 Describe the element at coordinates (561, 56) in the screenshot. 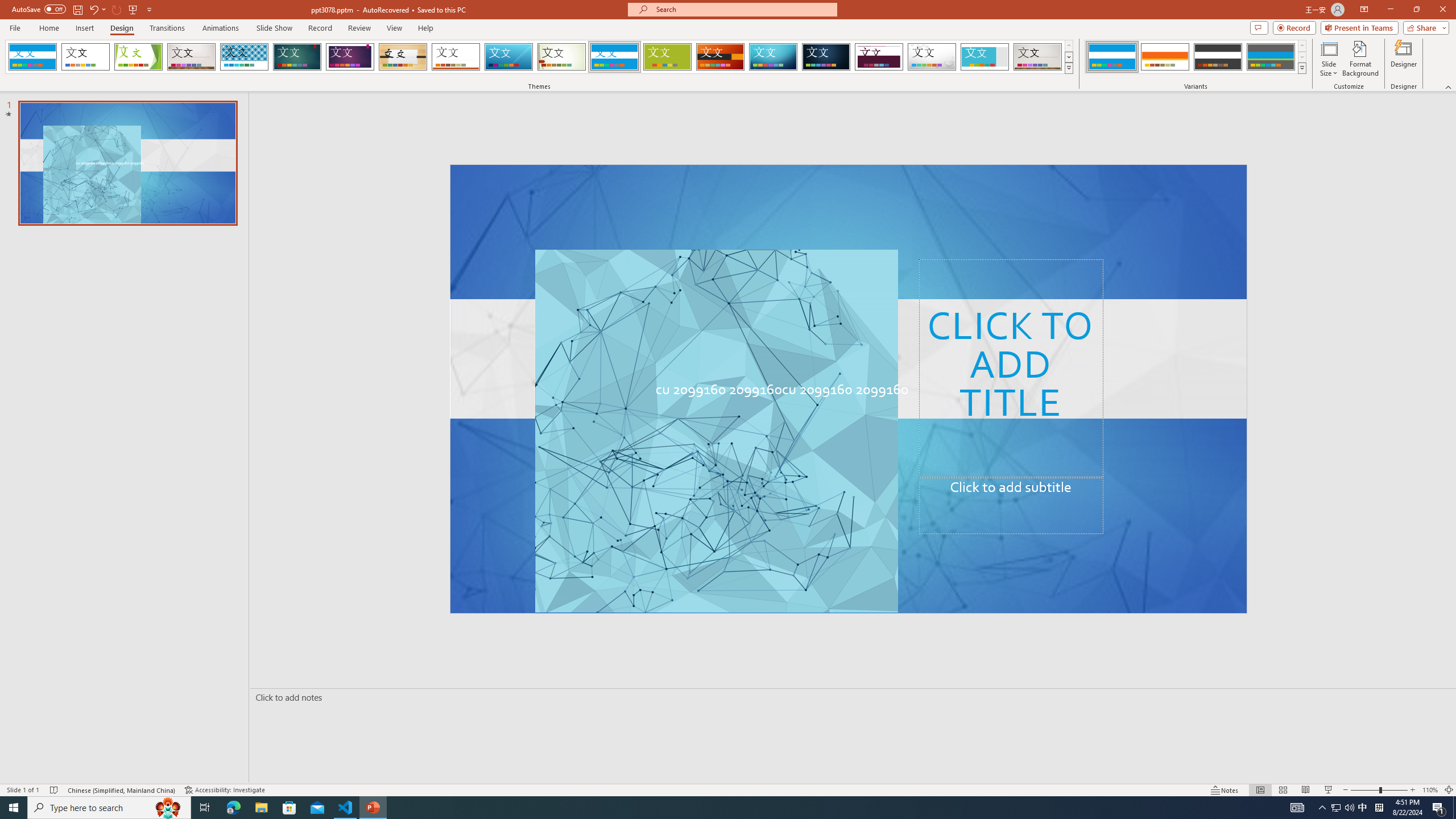

I see `'Wisp'` at that location.